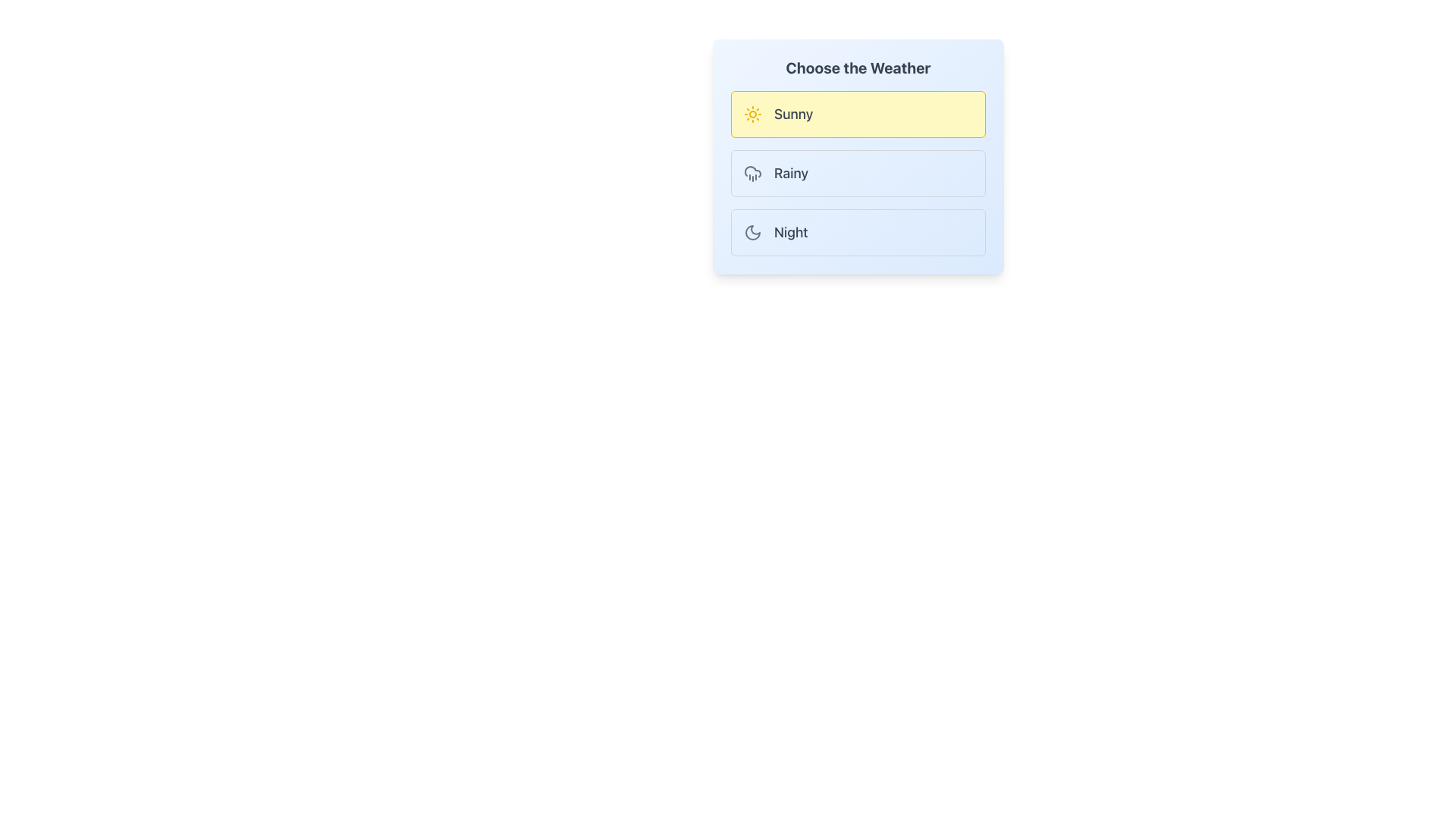  Describe the element at coordinates (790, 233) in the screenshot. I see `the 'Night' text label in the weather selection interface, which is located next to a crescent moon icon in the third option of a vertical list` at that location.